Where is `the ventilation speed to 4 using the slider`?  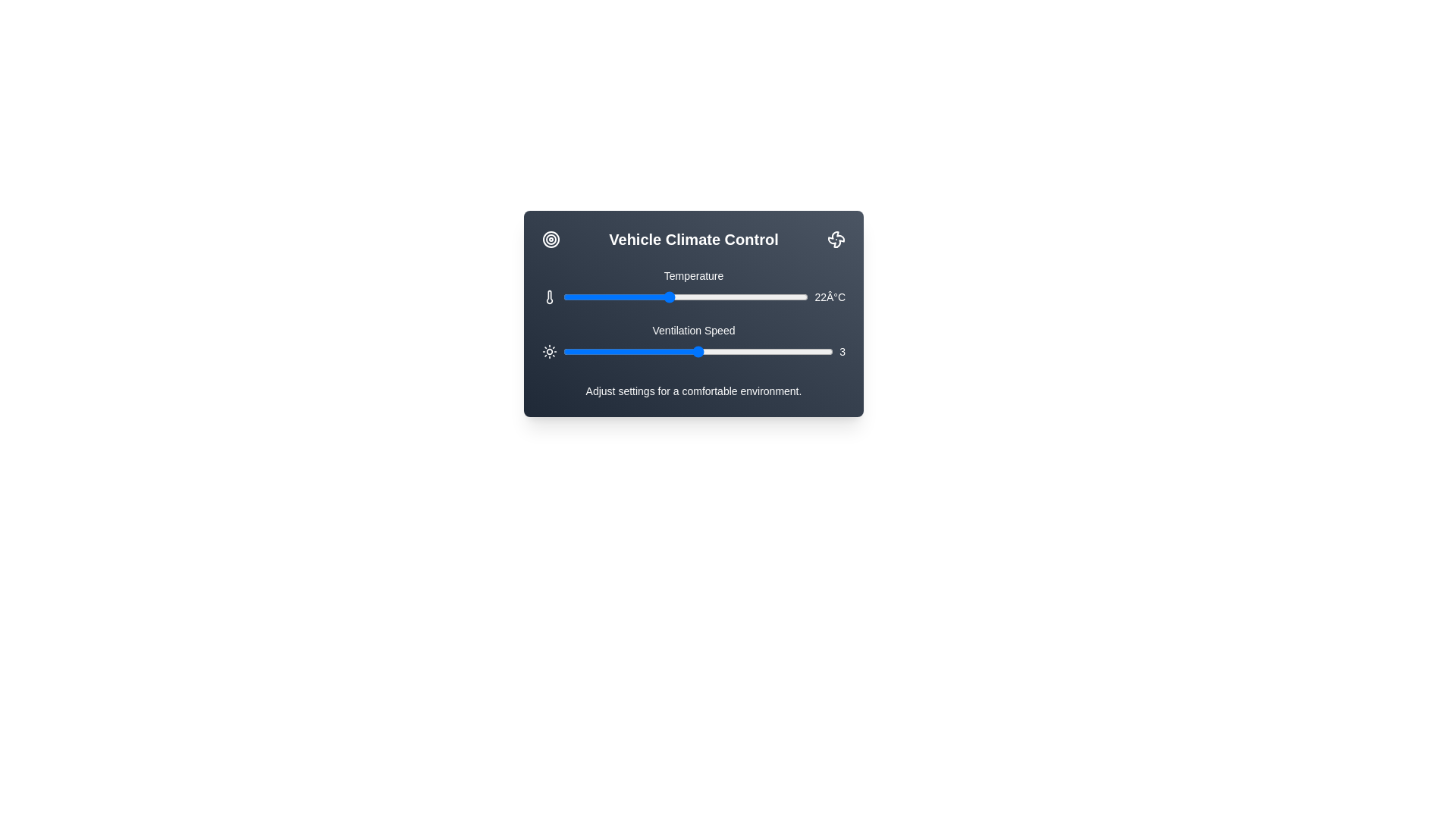 the ventilation speed to 4 using the slider is located at coordinates (766, 351).